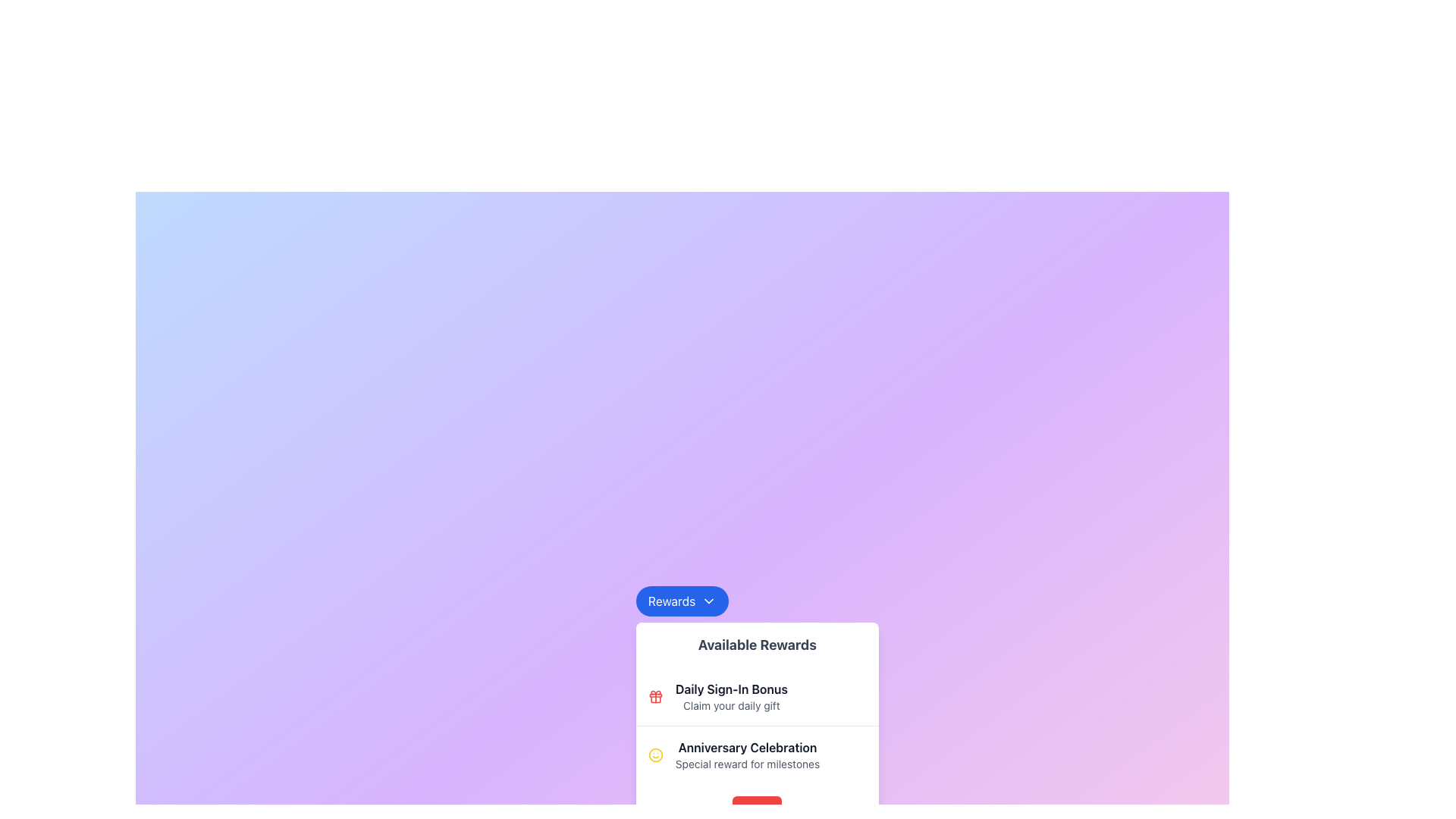 Image resolution: width=1456 pixels, height=819 pixels. I want to click on the informational section that provides details about the Daily Sign-In Bonus, which is the first item in the 'Available Rewards' dropdown menu, so click(757, 696).